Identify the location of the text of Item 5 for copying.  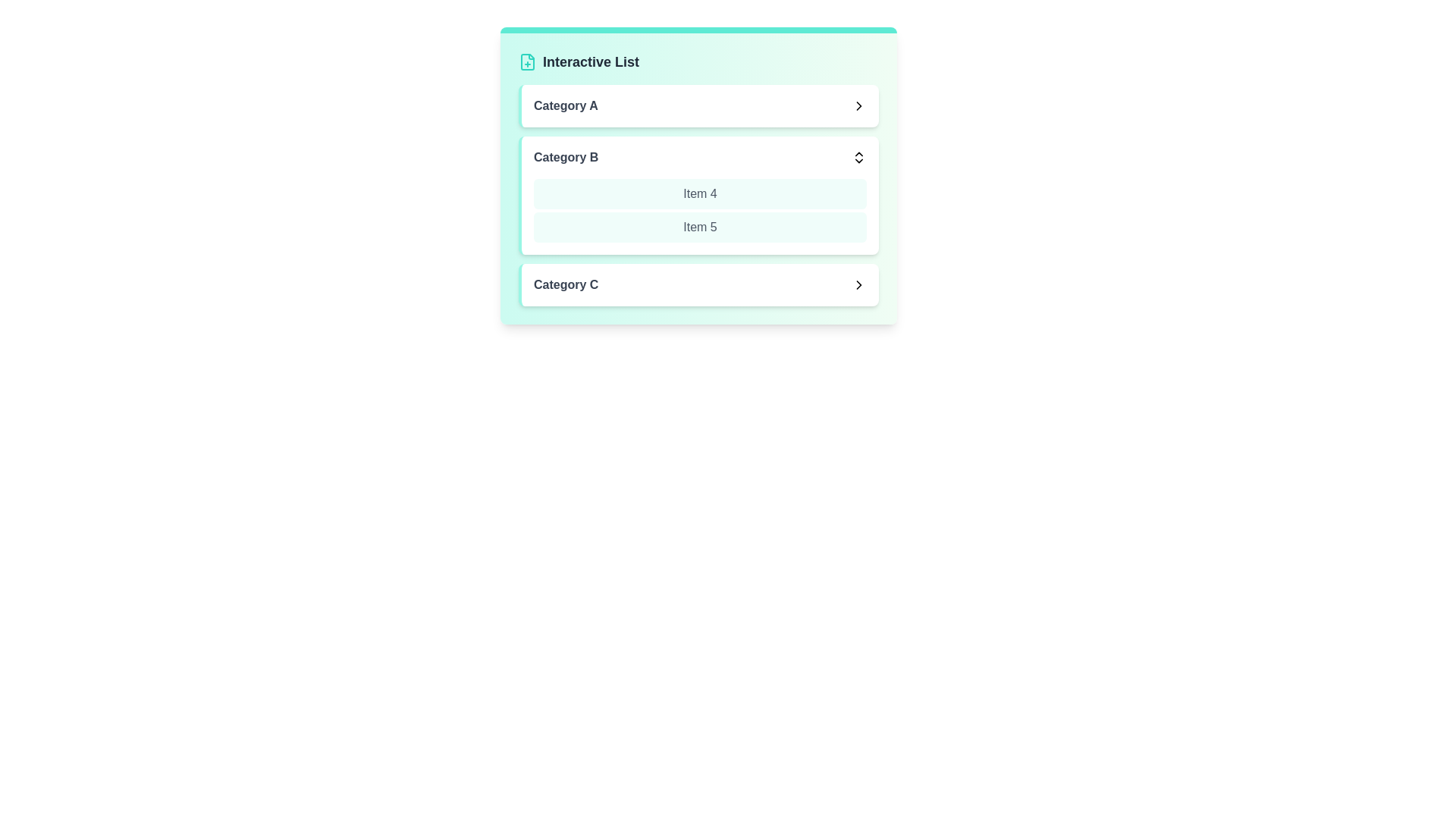
(699, 227).